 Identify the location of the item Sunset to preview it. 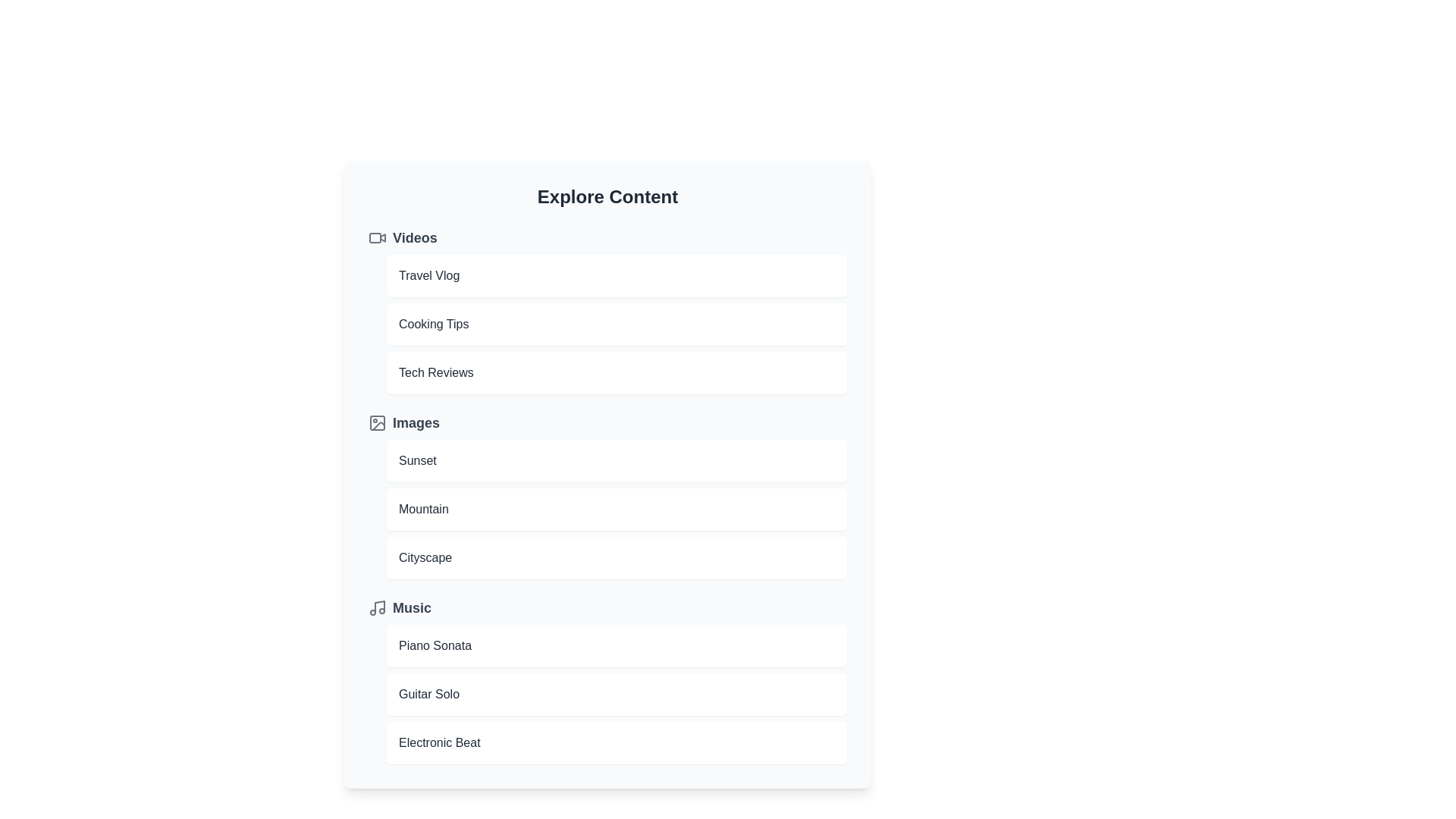
(617, 460).